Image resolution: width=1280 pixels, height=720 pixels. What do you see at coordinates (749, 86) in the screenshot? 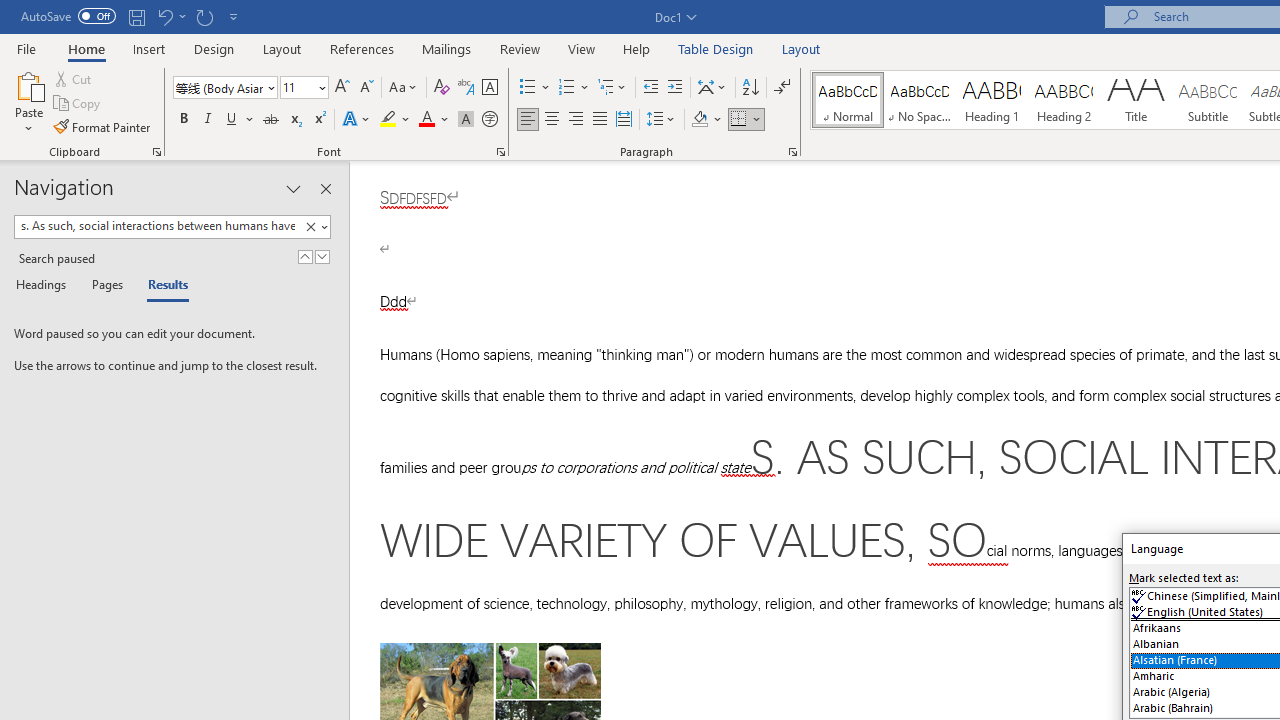
I see `'Sort...'` at bounding box center [749, 86].